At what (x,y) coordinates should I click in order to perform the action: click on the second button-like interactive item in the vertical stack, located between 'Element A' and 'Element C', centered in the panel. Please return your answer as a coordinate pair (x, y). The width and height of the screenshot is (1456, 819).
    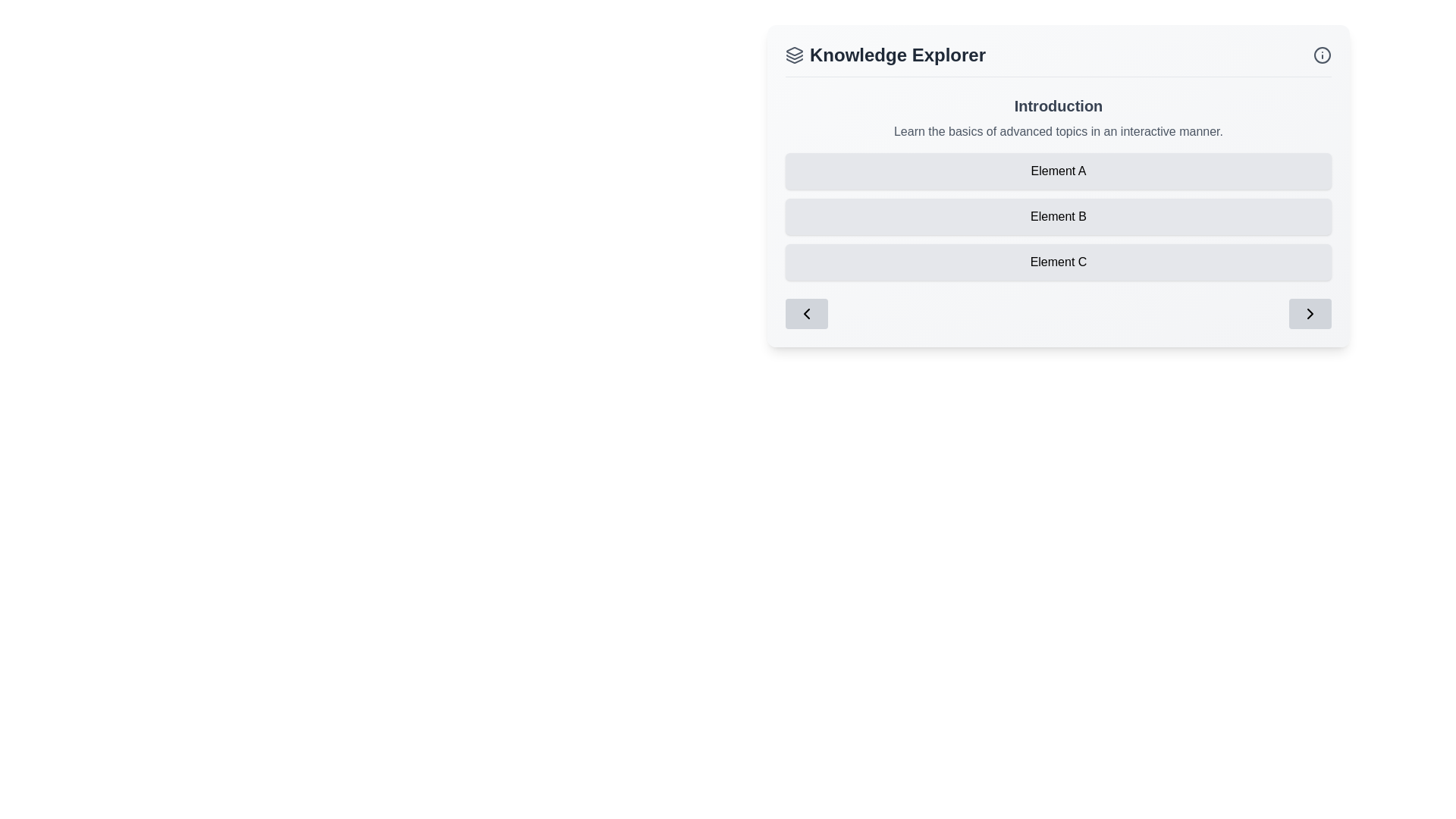
    Looking at the image, I should click on (1058, 216).